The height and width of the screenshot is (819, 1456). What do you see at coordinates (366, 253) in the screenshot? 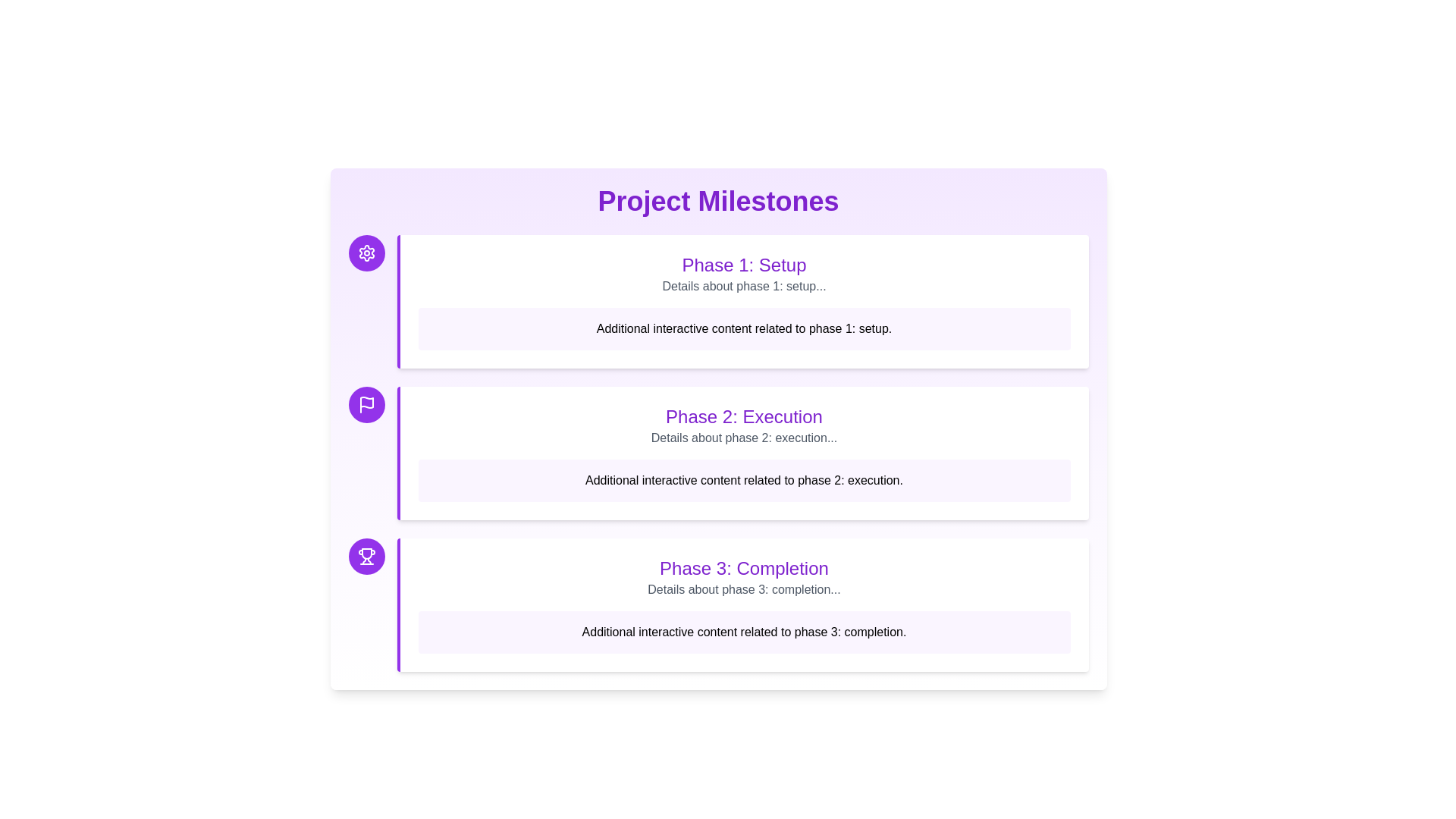
I see `the circular button with a purple background and a white settings gear icon` at bounding box center [366, 253].